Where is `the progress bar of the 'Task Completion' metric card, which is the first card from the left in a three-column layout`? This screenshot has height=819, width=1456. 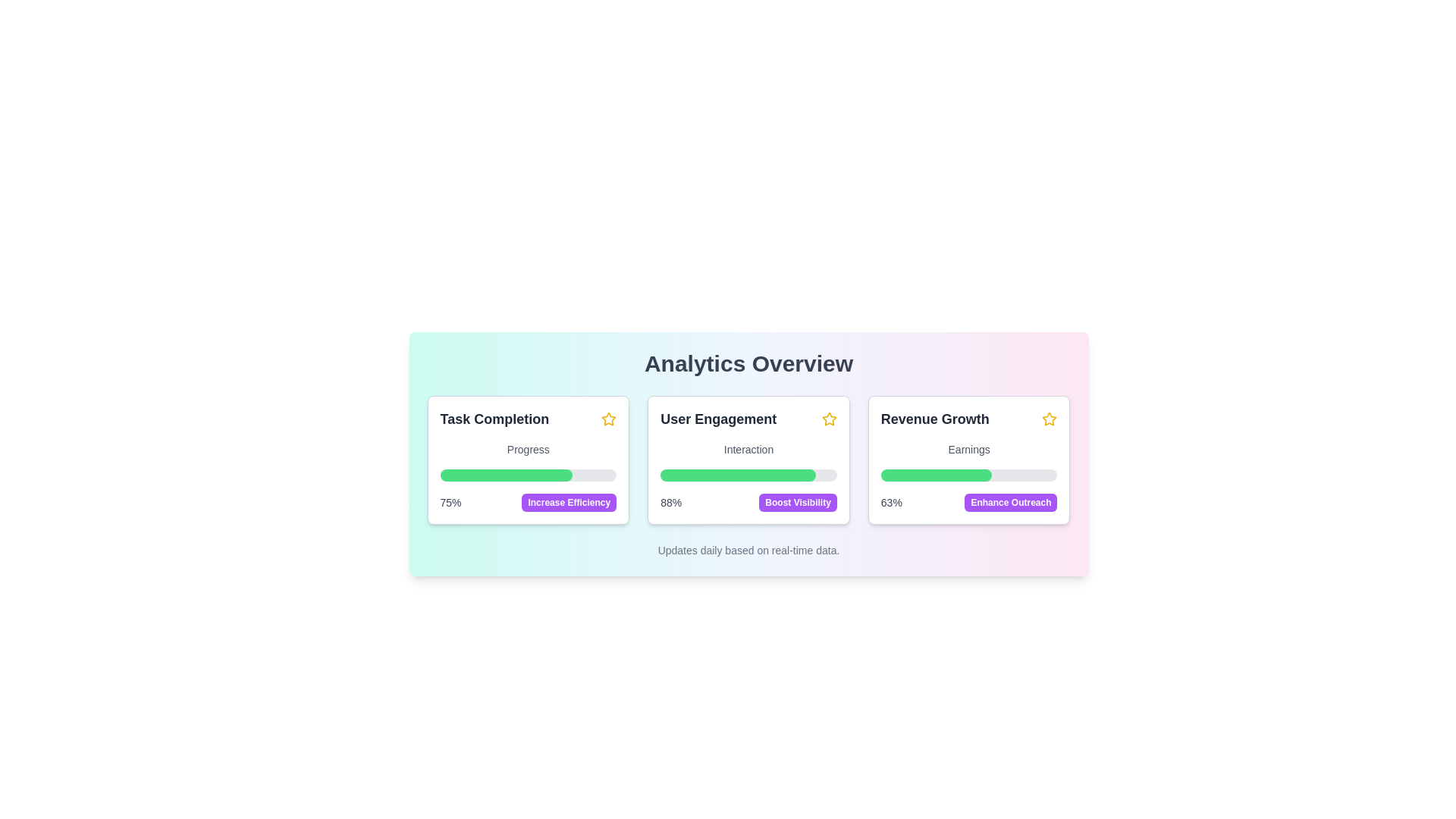 the progress bar of the 'Task Completion' metric card, which is the first card from the left in a three-column layout is located at coordinates (528, 459).